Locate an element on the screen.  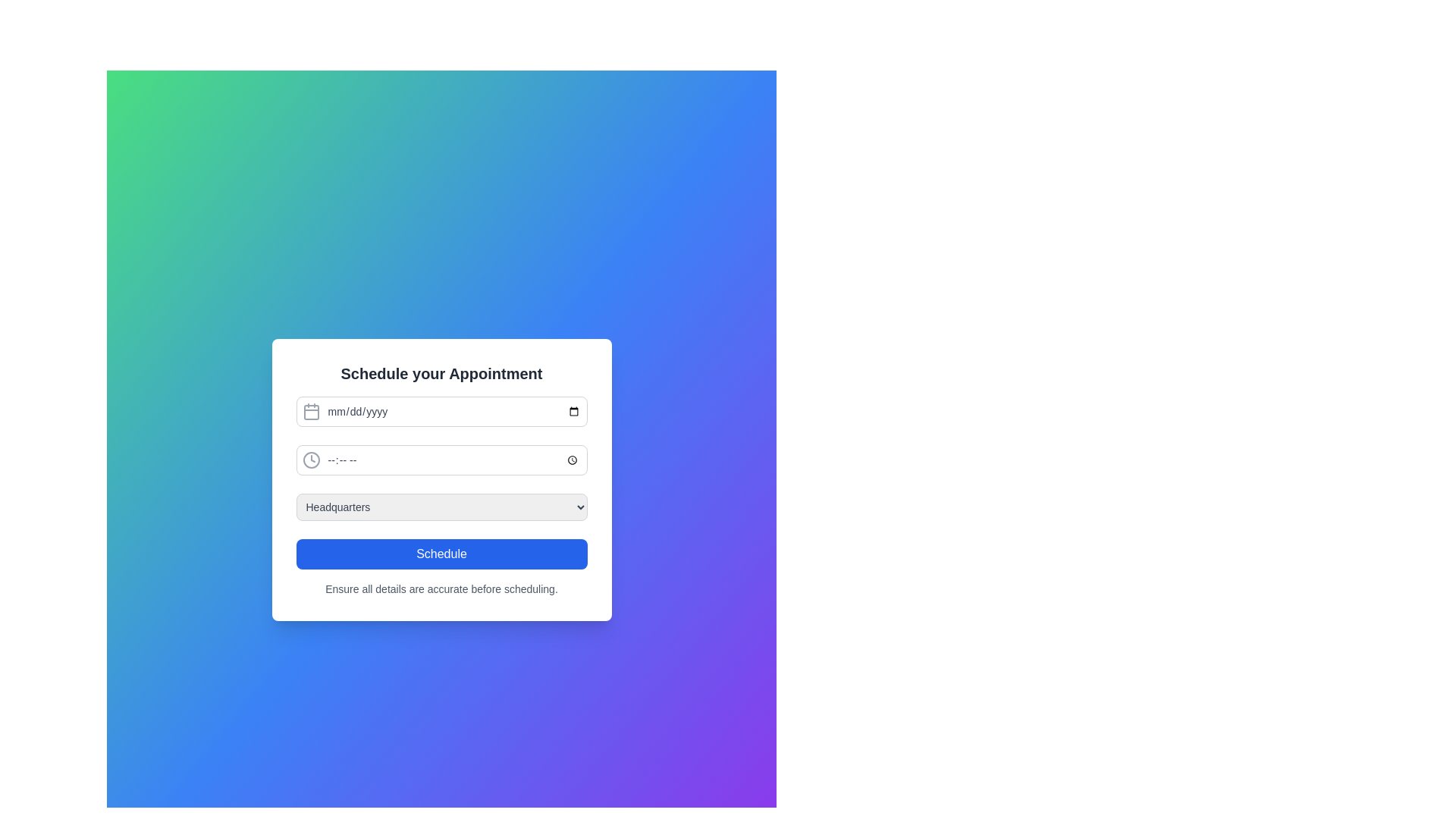
a date from the date input field that has a rounded border and a calendar icon, which is located at the center of the form section is located at coordinates (441, 412).